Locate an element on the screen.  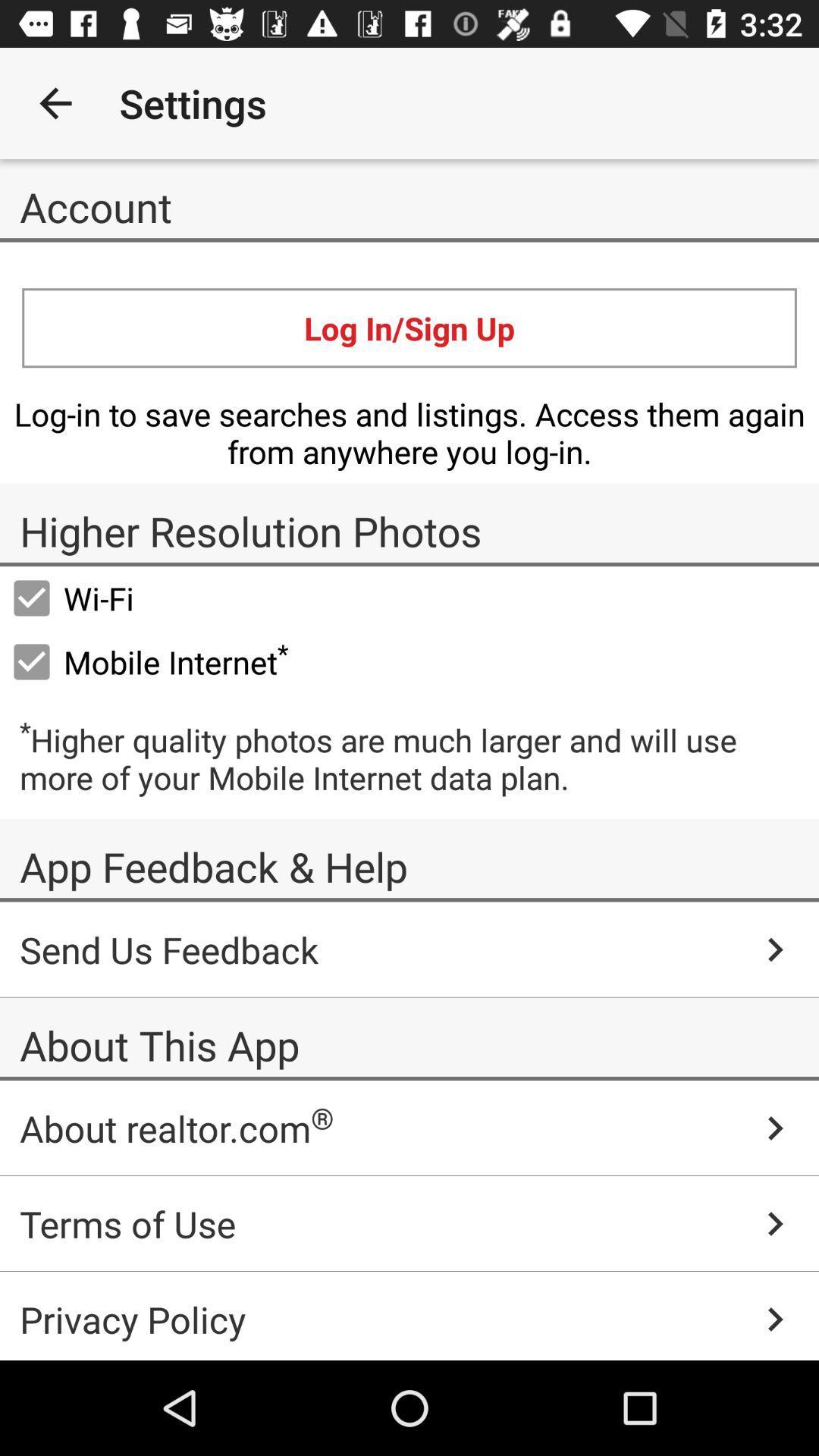
the item below terms of use item is located at coordinates (409, 1315).